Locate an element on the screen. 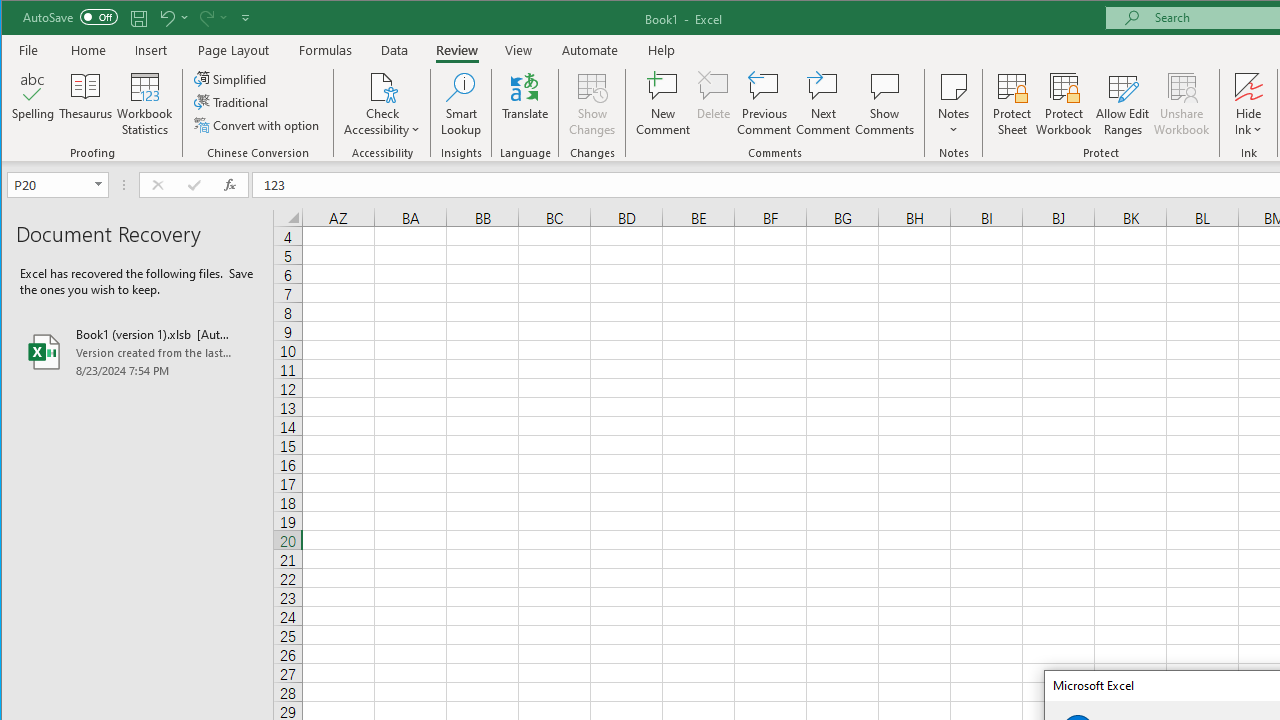 The height and width of the screenshot is (720, 1280). 'Book1 (version 1).xlsb  [AutoRecovered]' is located at coordinates (136, 351).